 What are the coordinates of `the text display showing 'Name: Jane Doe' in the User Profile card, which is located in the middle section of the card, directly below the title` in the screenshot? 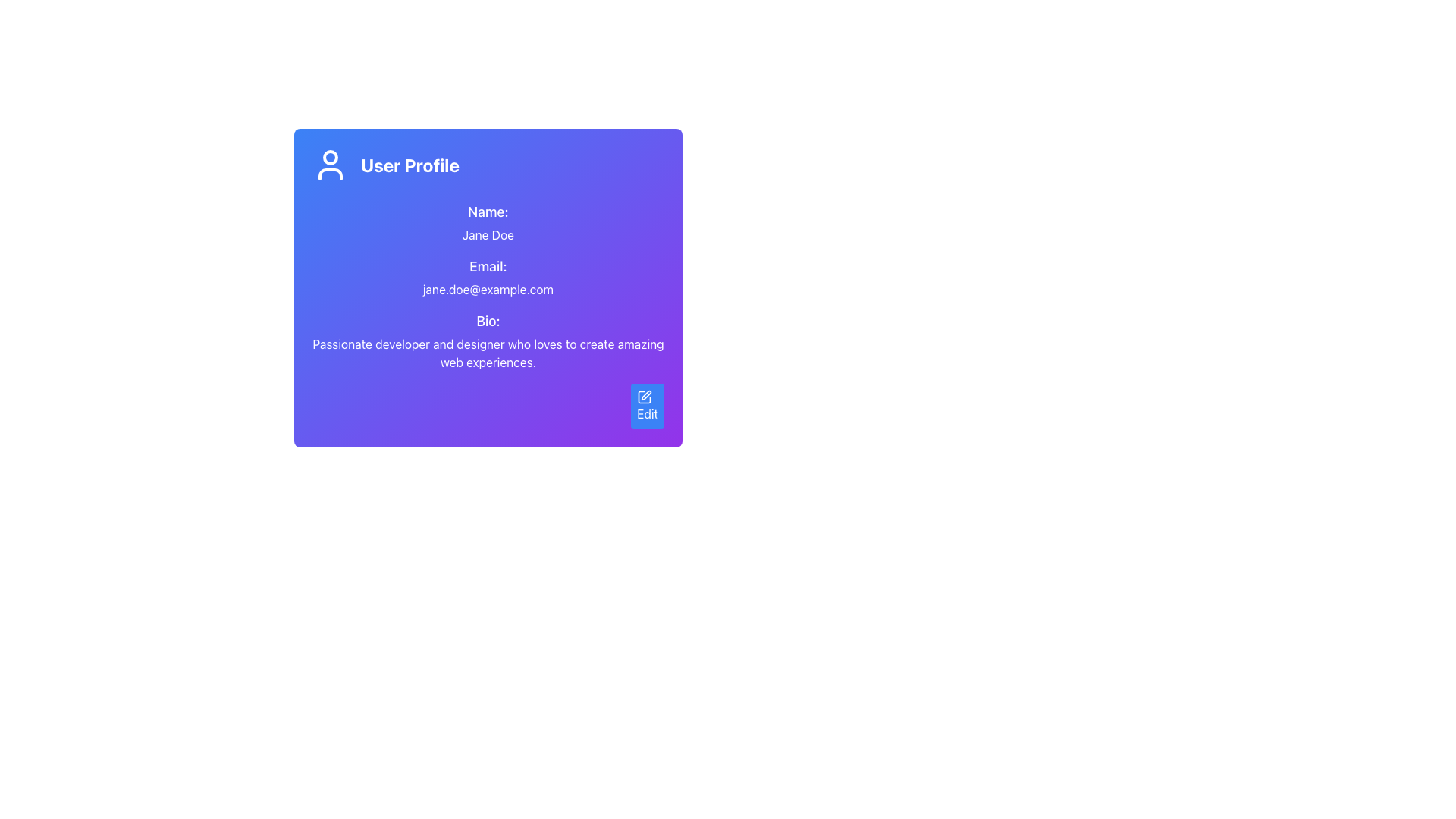 It's located at (488, 222).